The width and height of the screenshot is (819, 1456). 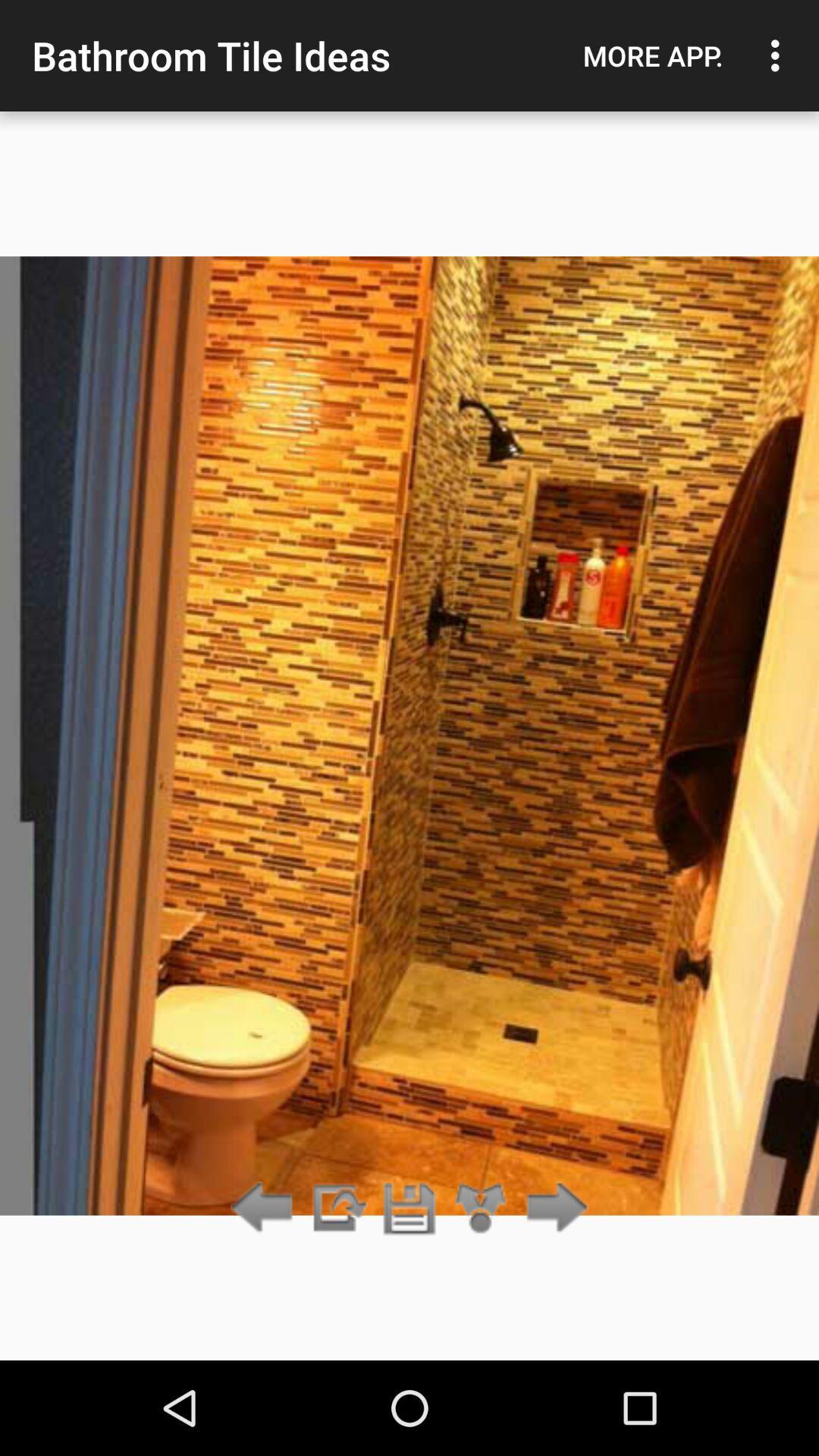 What do you see at coordinates (553, 1208) in the screenshot?
I see `go forward` at bounding box center [553, 1208].